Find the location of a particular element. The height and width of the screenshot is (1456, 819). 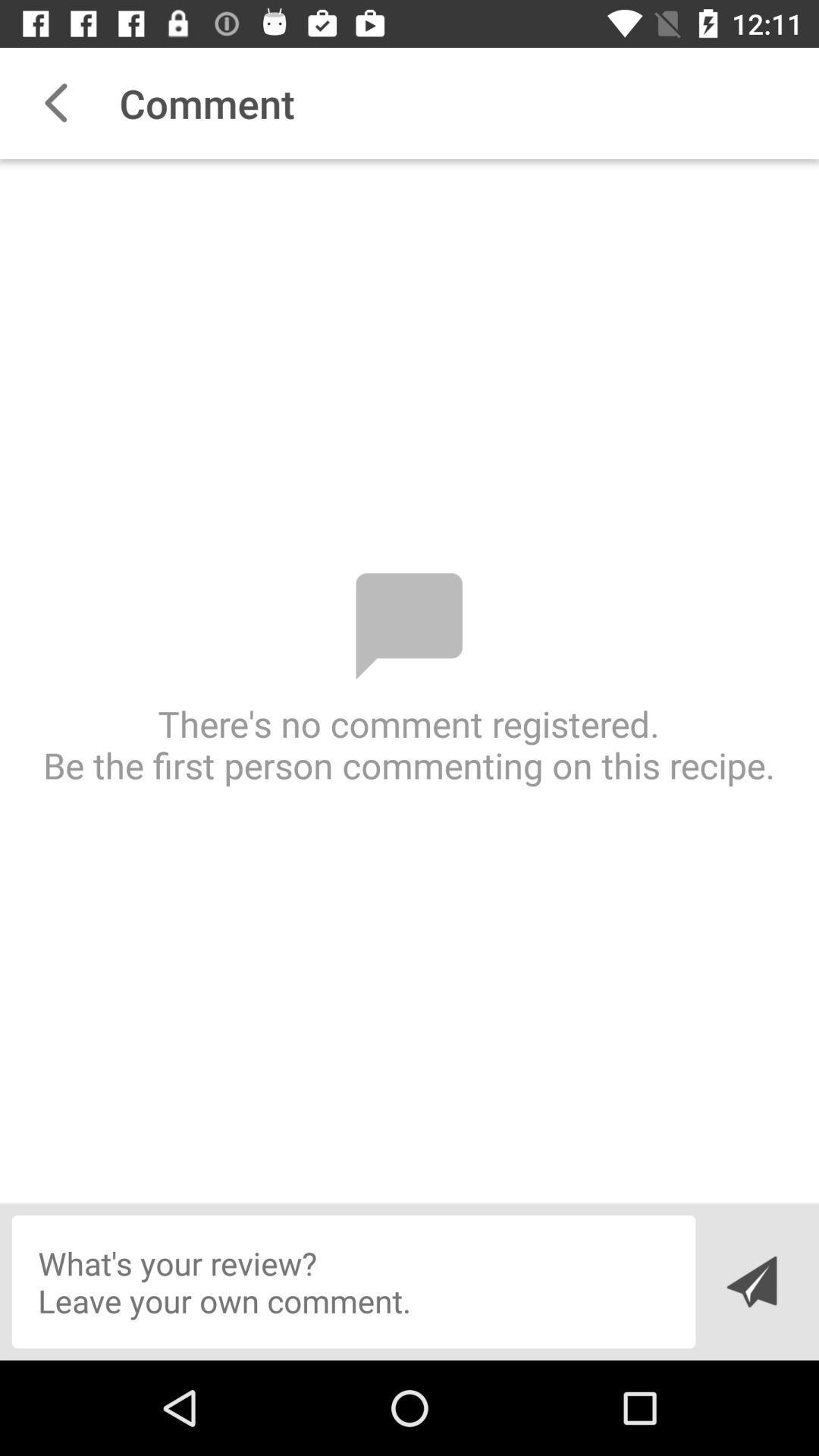

your review is located at coordinates (353, 1281).